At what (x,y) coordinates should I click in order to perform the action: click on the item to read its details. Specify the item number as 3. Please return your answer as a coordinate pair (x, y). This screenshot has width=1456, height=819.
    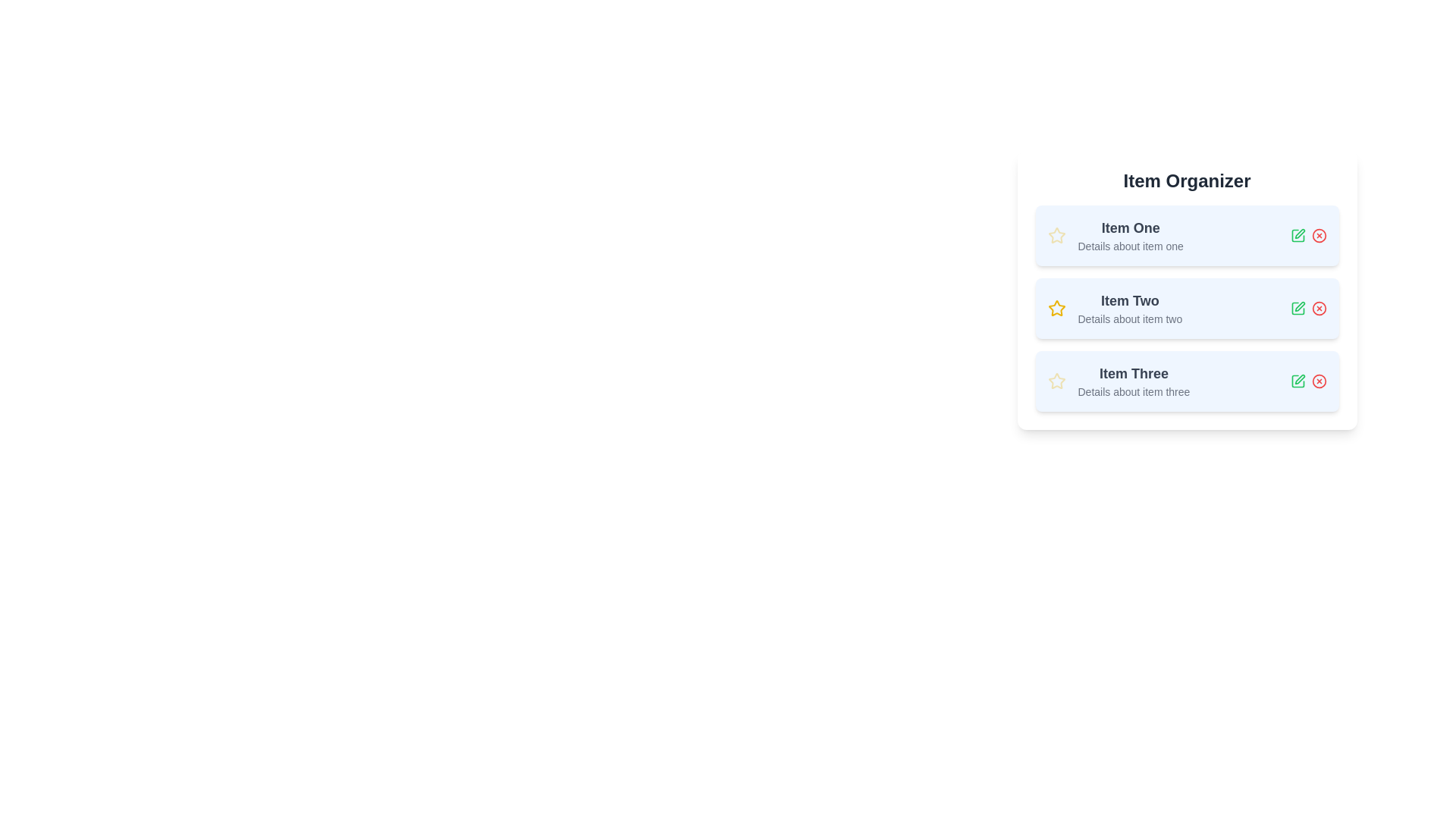
    Looking at the image, I should click on (1186, 380).